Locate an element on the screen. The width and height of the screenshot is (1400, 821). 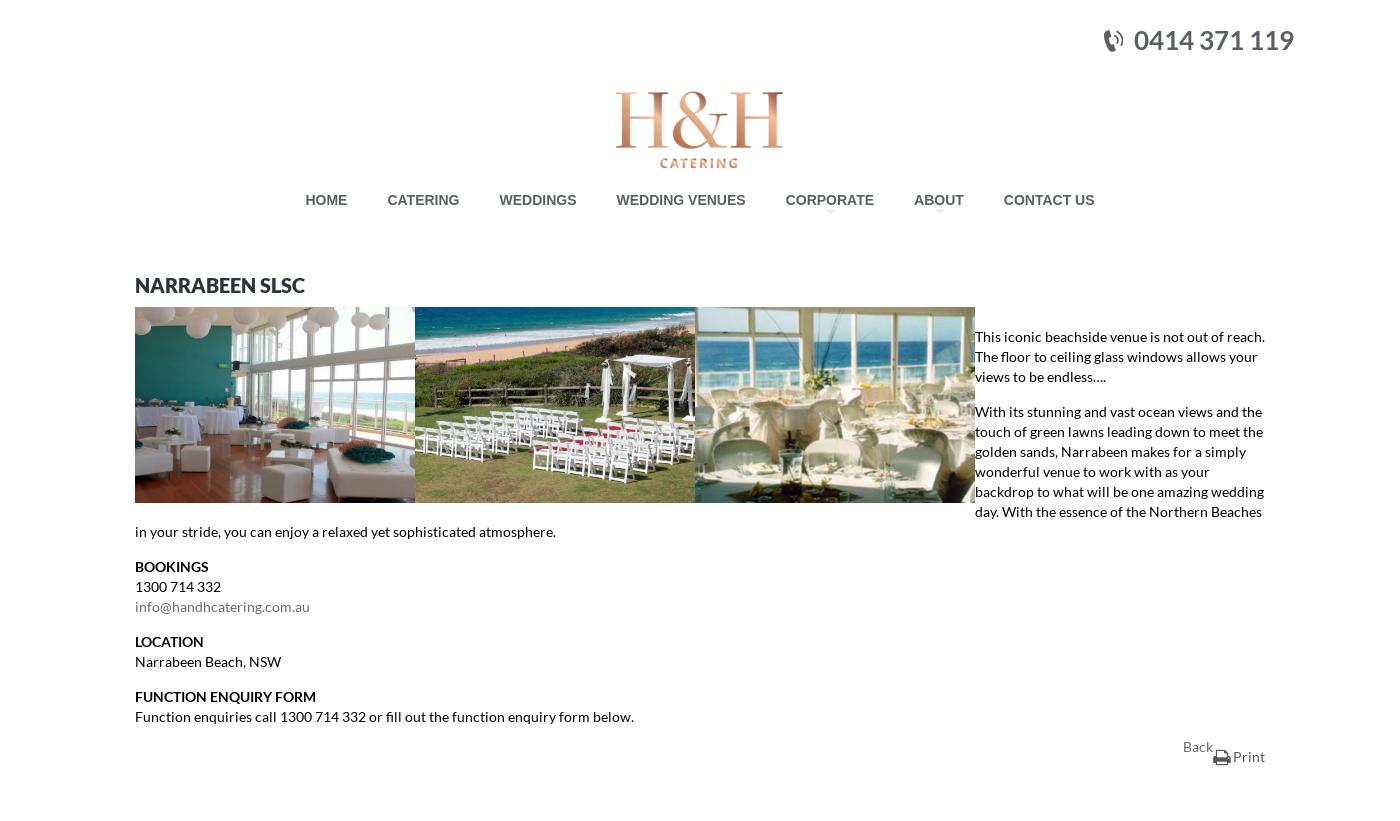
'LOCATION' is located at coordinates (134, 640).